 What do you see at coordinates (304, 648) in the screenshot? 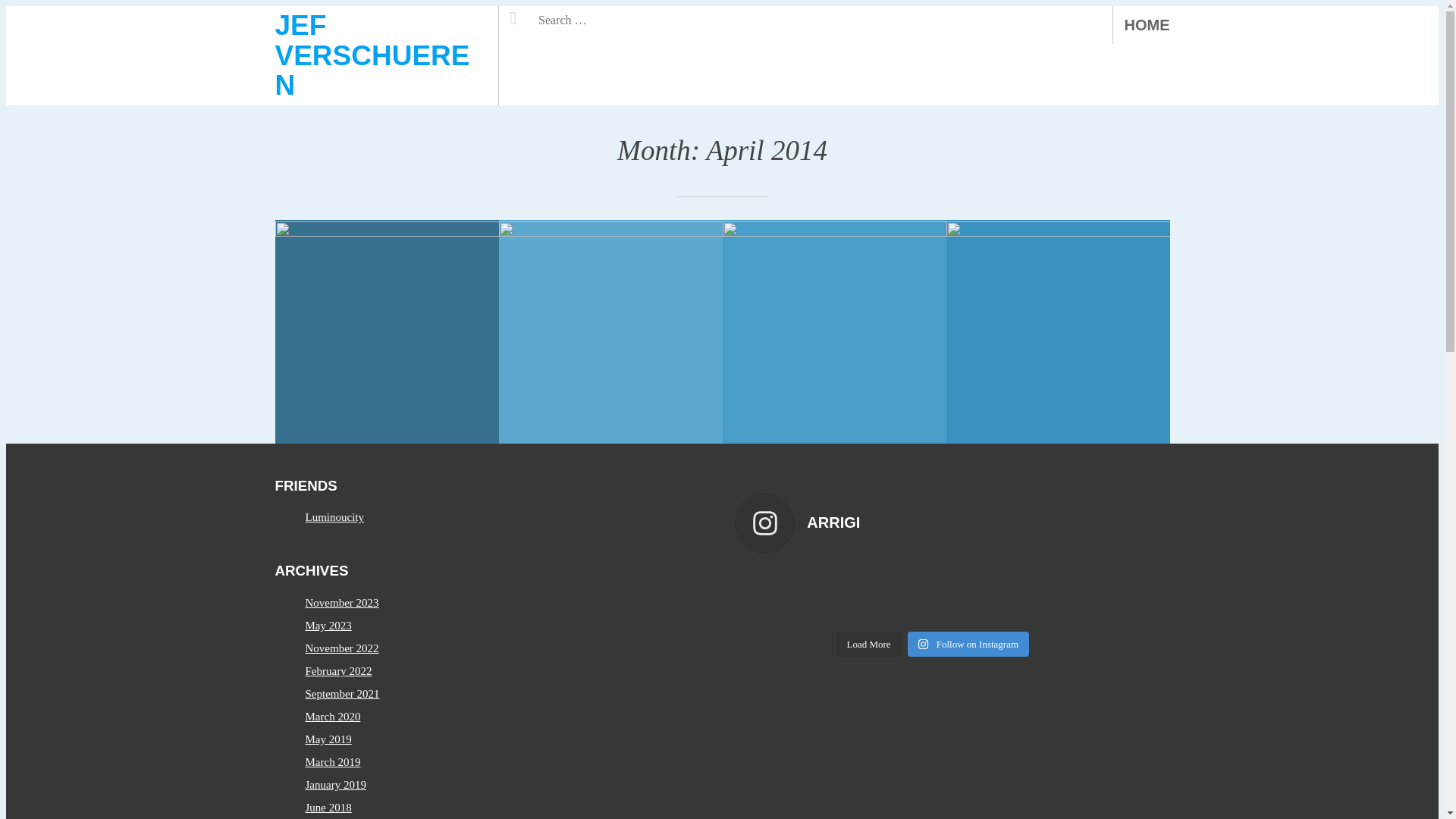
I see `'November 2022'` at bounding box center [304, 648].